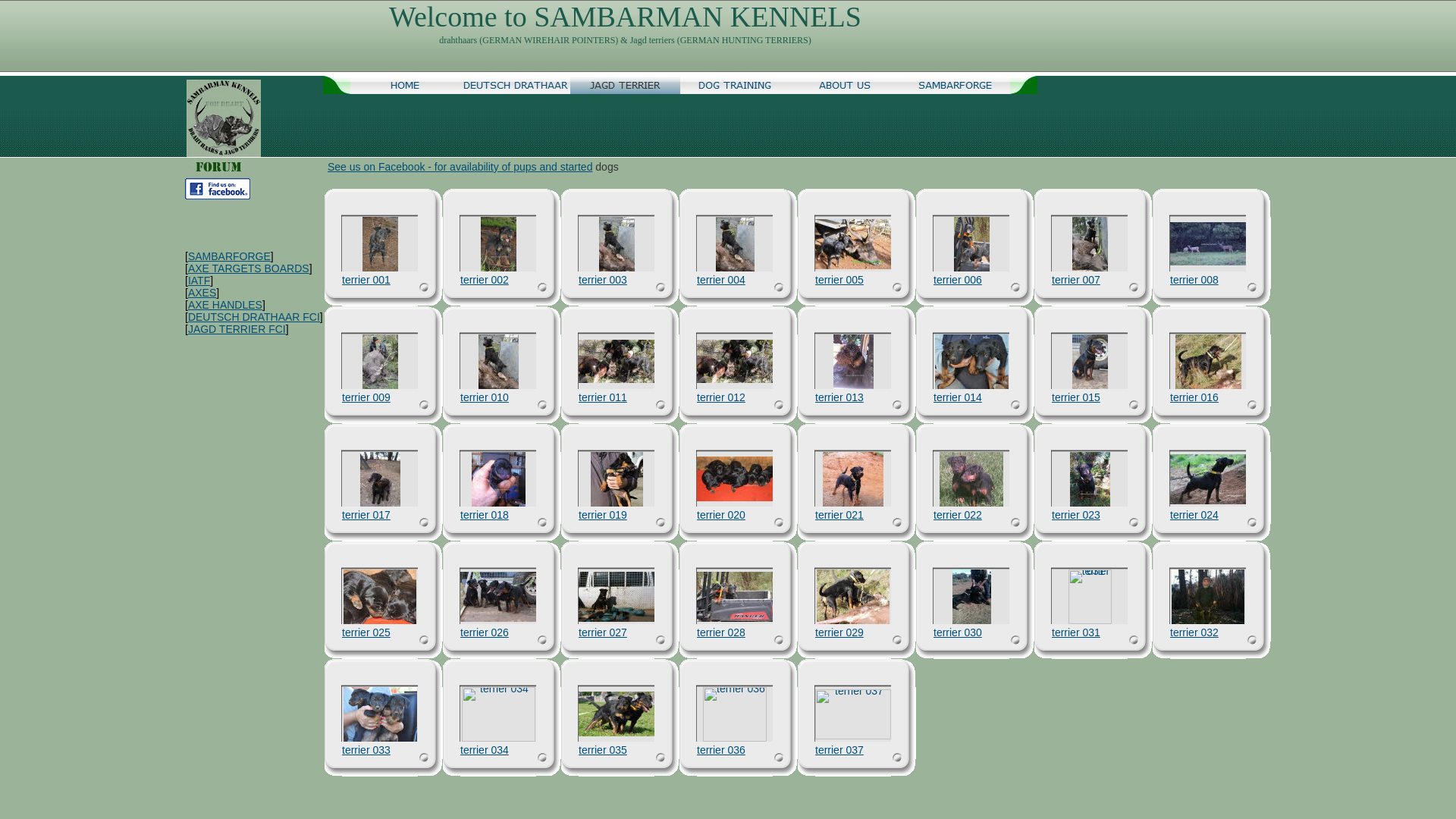 The image size is (1456, 819). What do you see at coordinates (735, 243) in the screenshot?
I see `'terrier 004'` at bounding box center [735, 243].